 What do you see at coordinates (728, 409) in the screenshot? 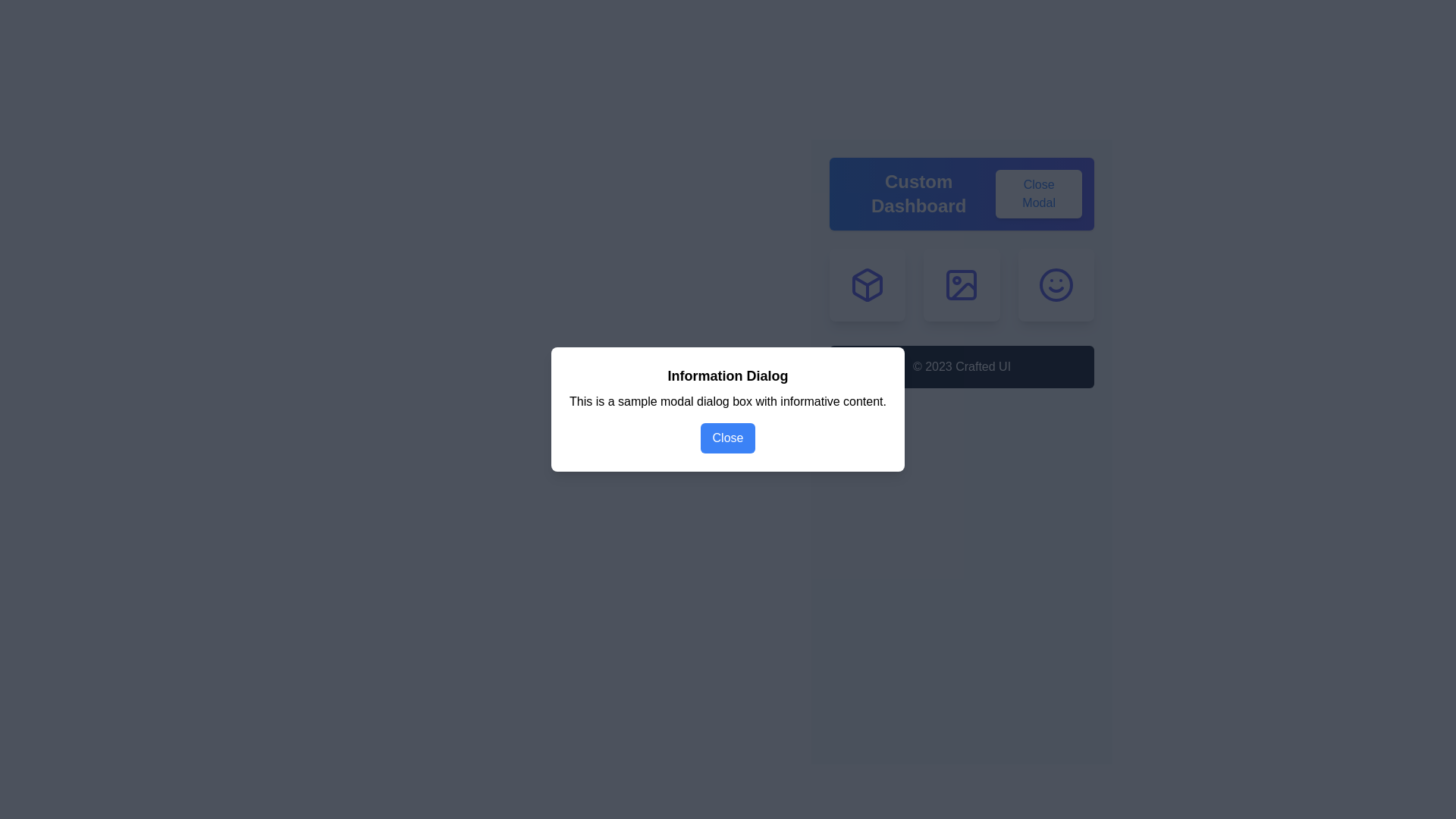
I see `the 'Close' button located at the bottom of the white modal dialog box titled 'Information Dialog'` at bounding box center [728, 409].